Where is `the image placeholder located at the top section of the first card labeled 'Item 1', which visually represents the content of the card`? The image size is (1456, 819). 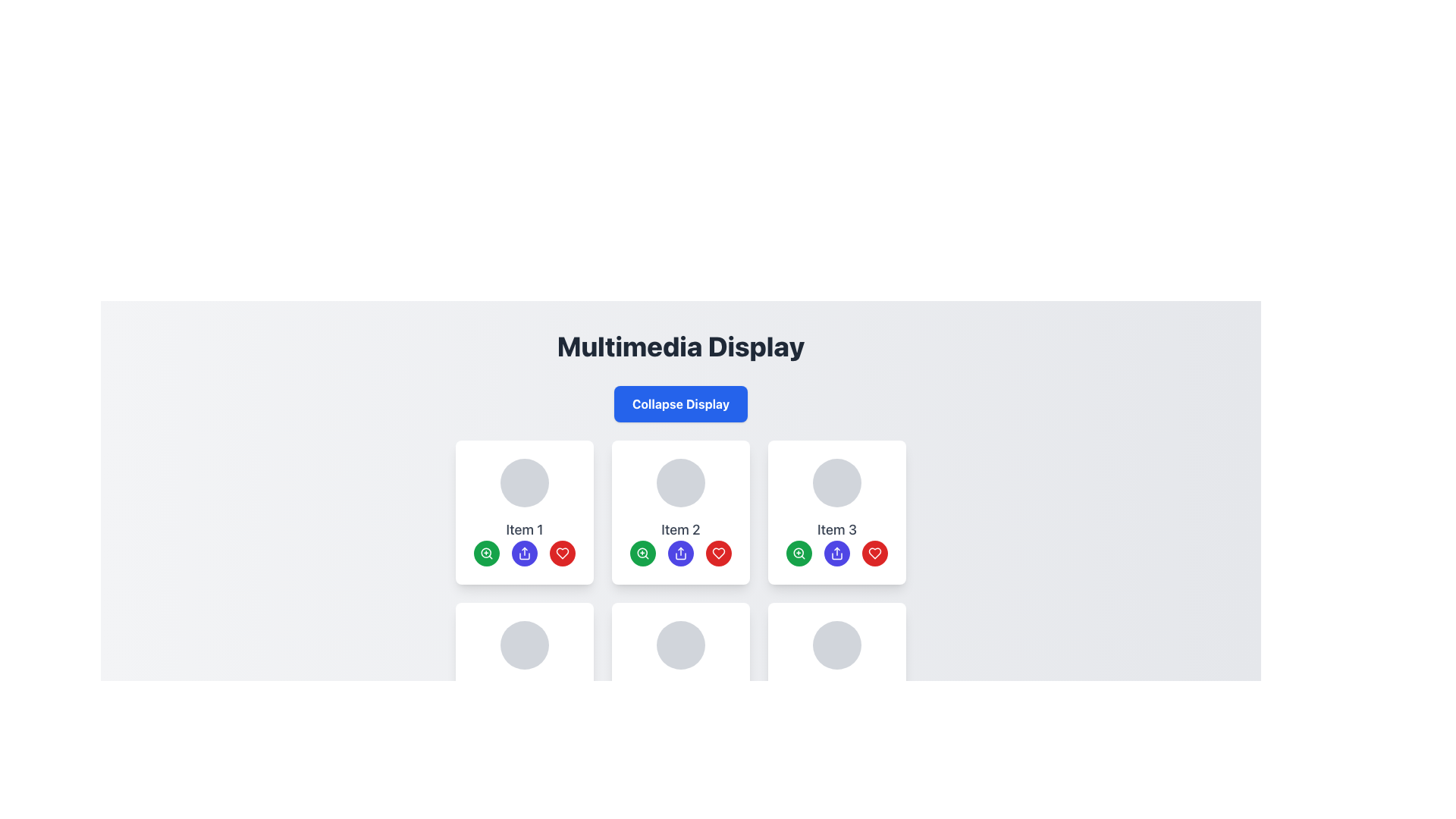 the image placeholder located at the top section of the first card labeled 'Item 1', which visually represents the content of the card is located at coordinates (524, 482).